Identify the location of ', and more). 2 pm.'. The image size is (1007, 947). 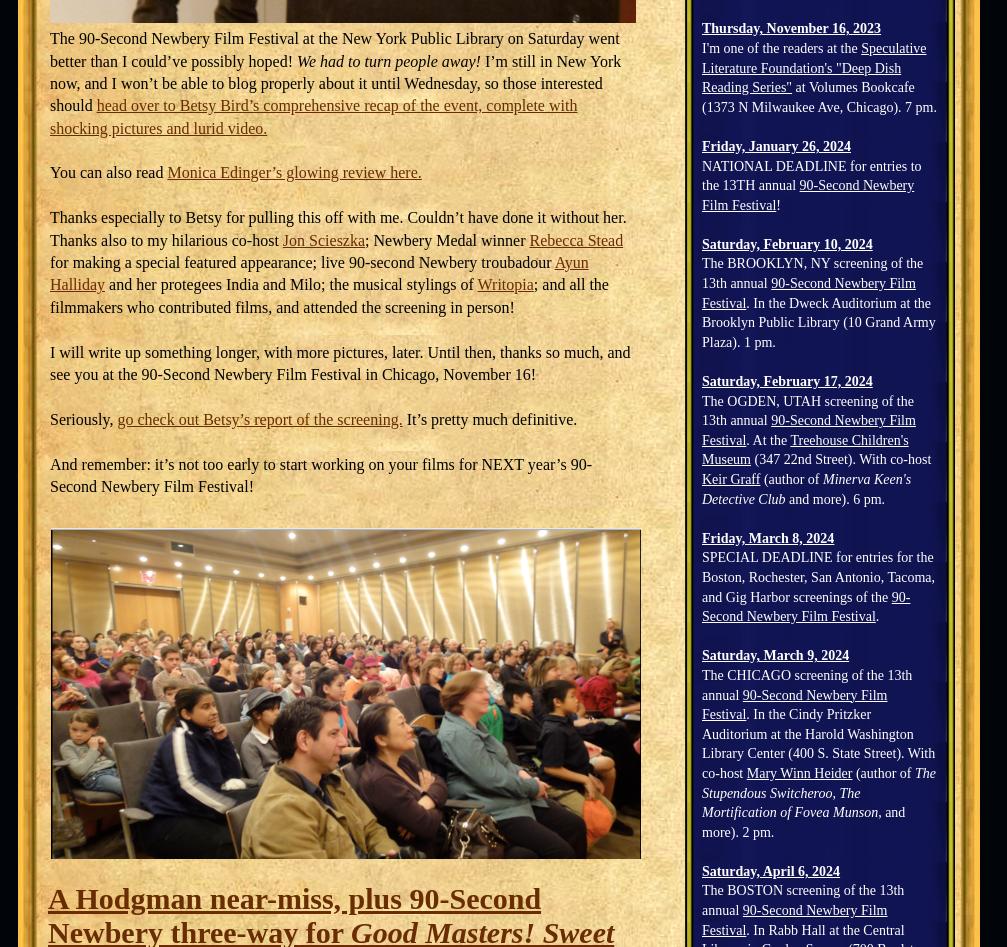
(802, 821).